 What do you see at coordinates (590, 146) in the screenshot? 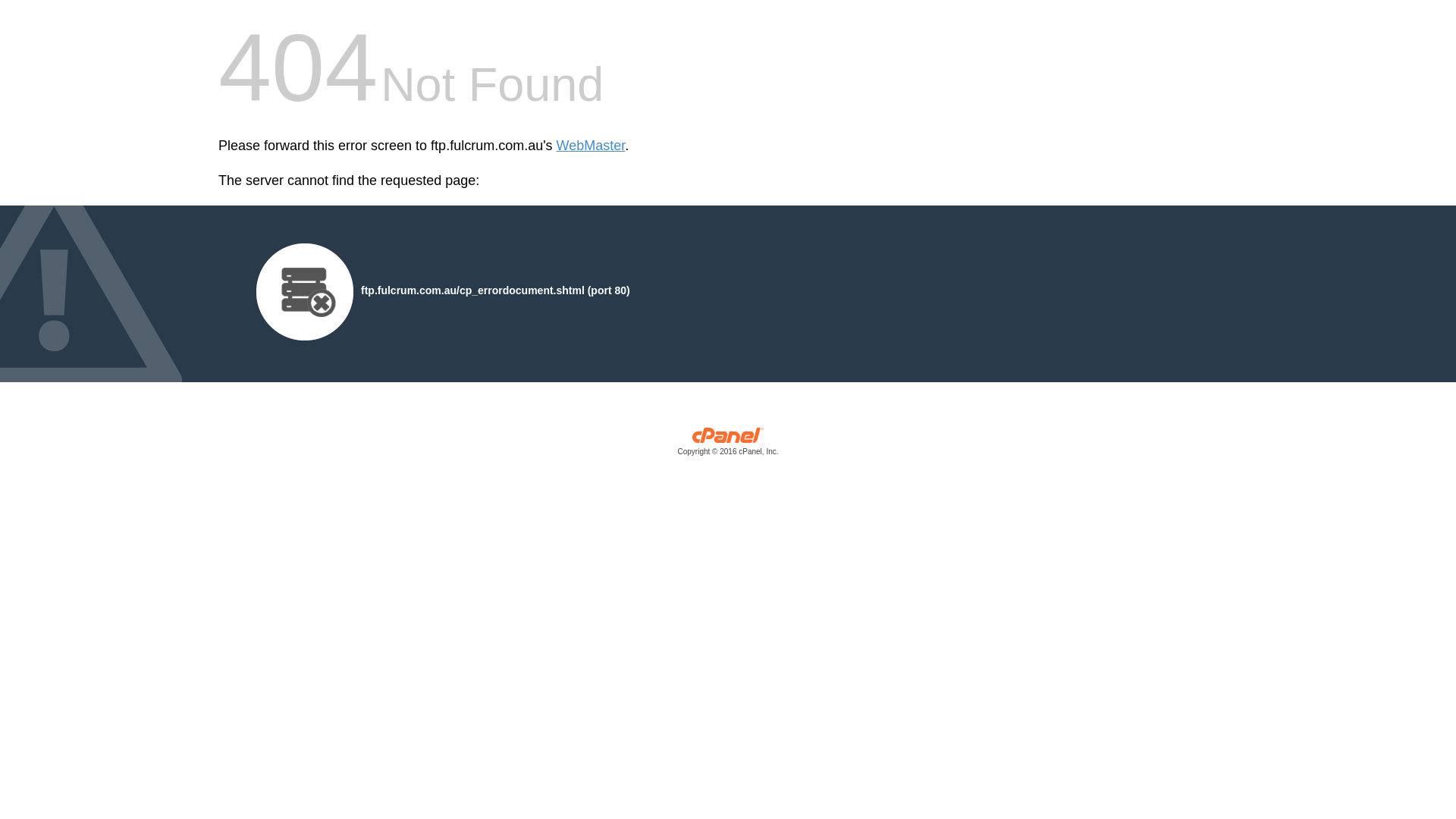
I see `'WebMaster'` at bounding box center [590, 146].